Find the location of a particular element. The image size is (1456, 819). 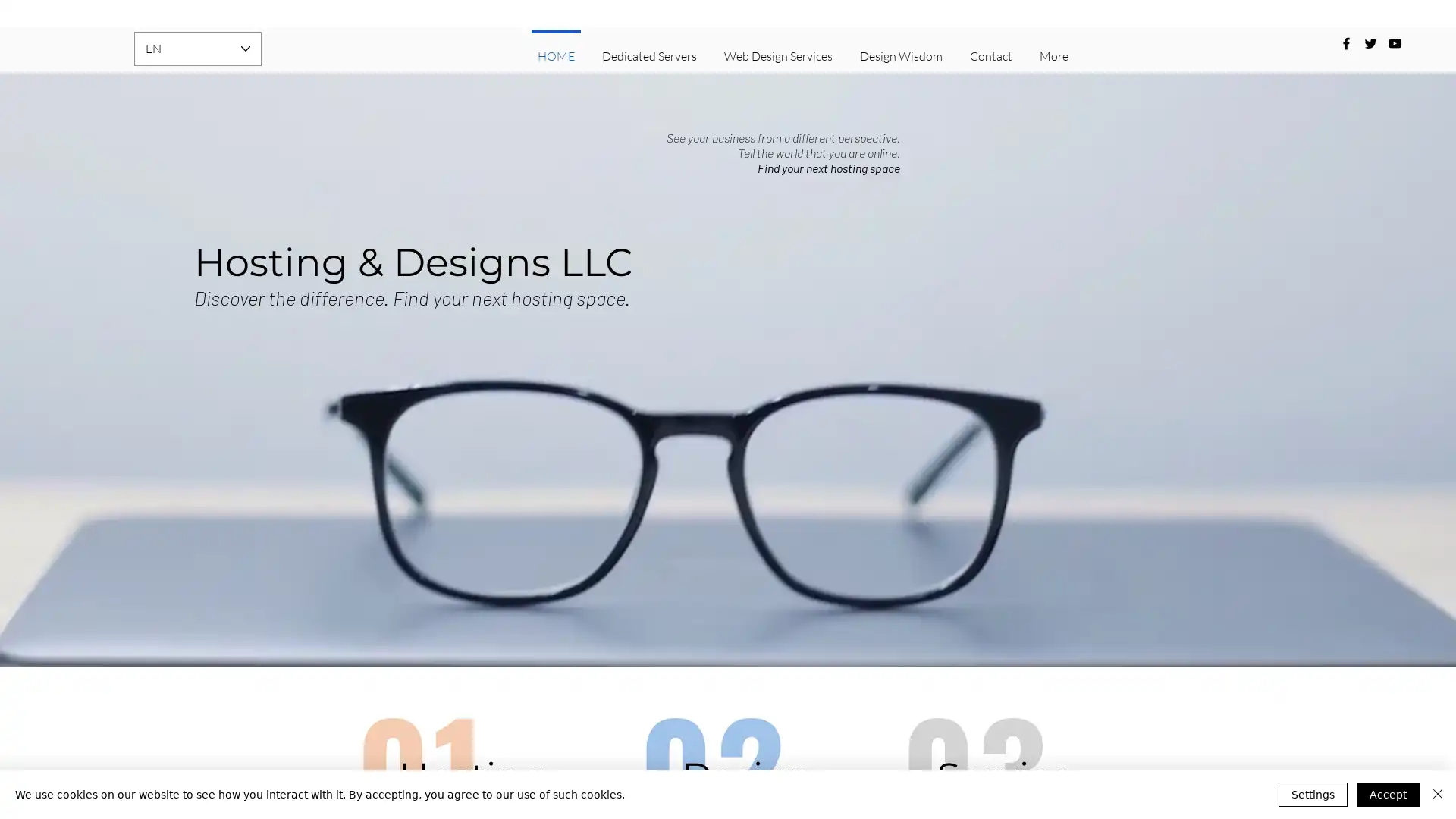

Close is located at coordinates (1437, 794).